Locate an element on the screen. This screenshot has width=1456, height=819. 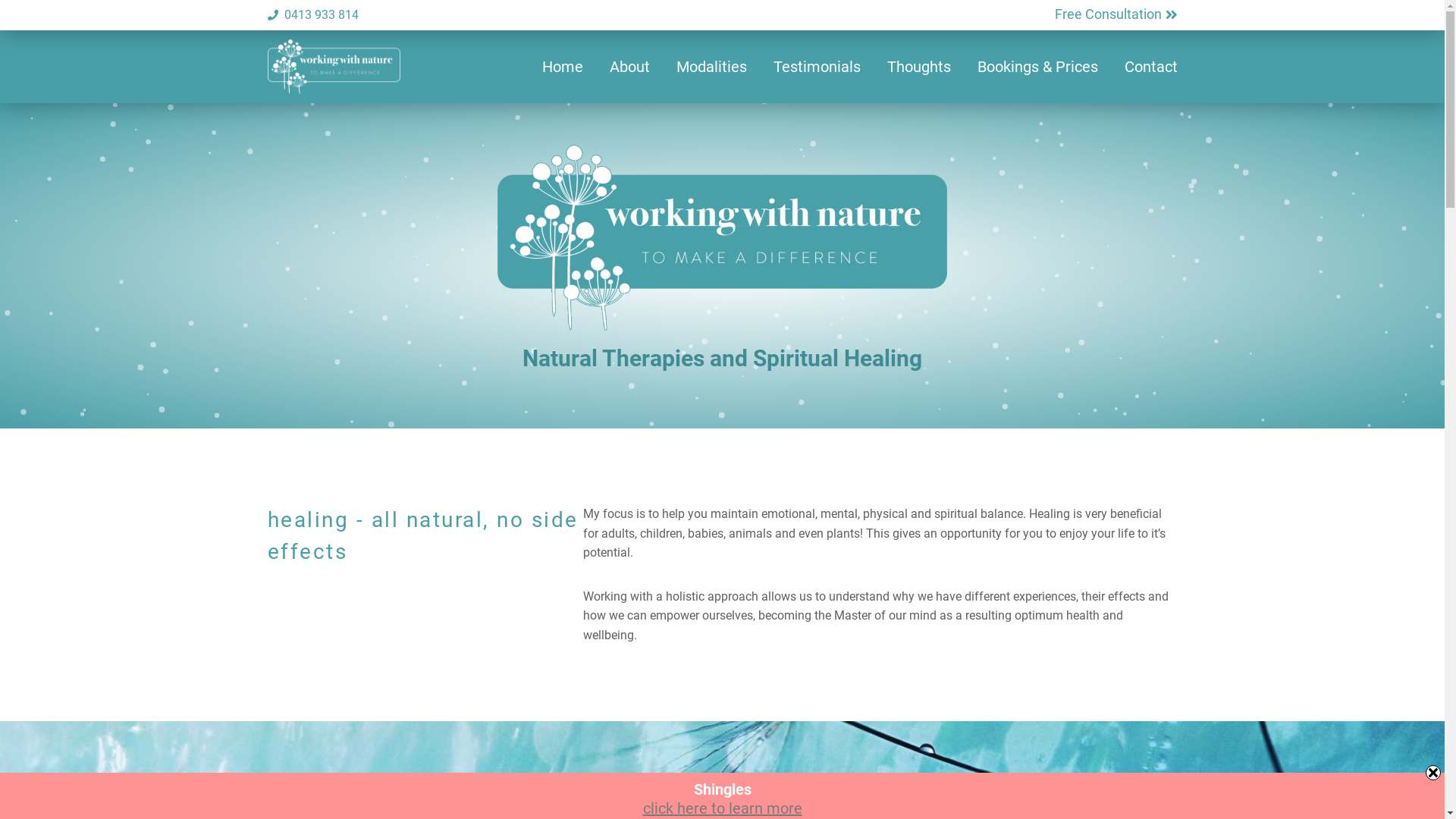
'click here to learn more' is located at coordinates (722, 807).